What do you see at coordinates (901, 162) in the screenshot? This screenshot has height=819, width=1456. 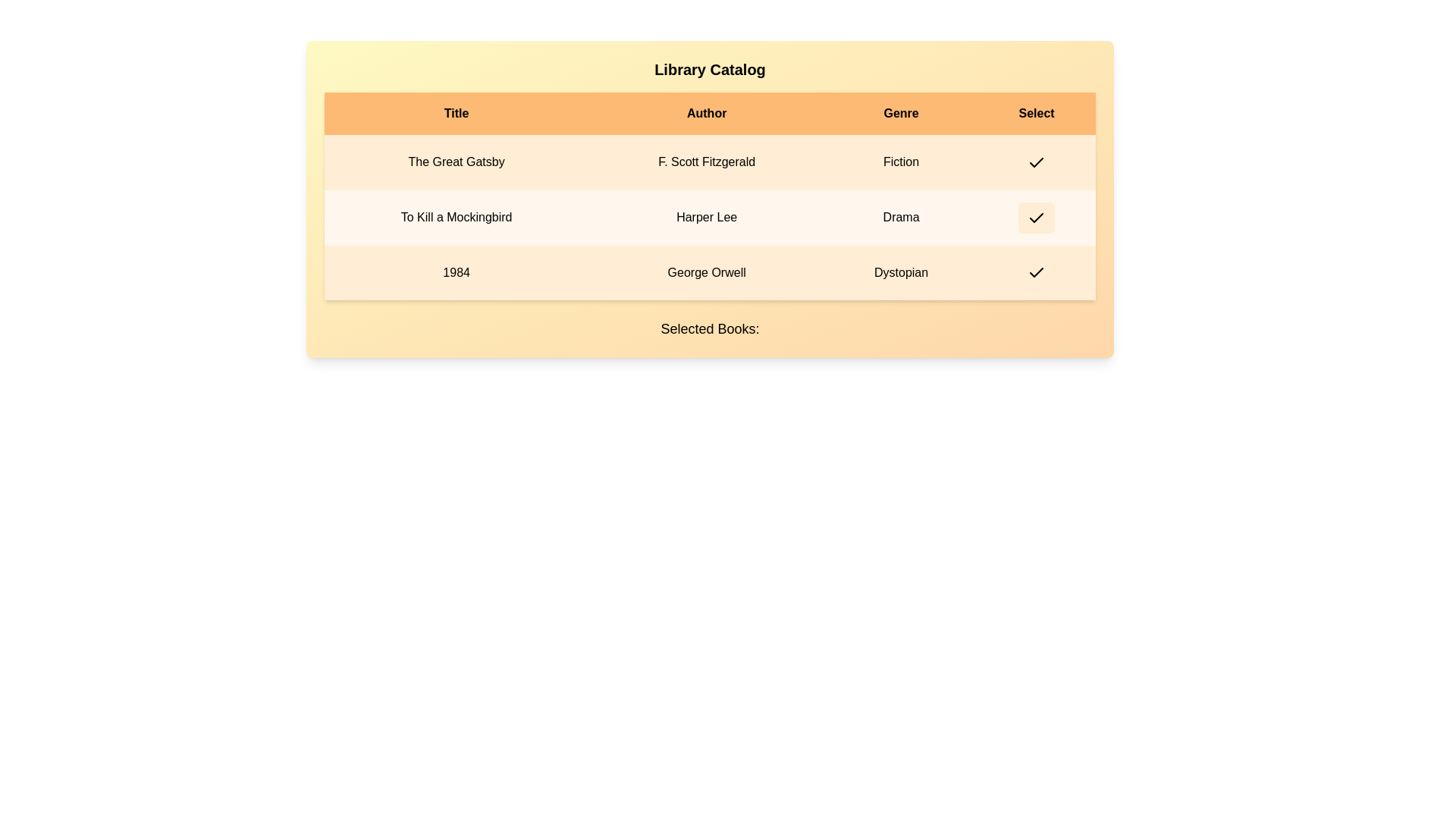 I see `the static text label identifying the genre of the book 'The Great Gatsby' in the first row of the table` at bounding box center [901, 162].